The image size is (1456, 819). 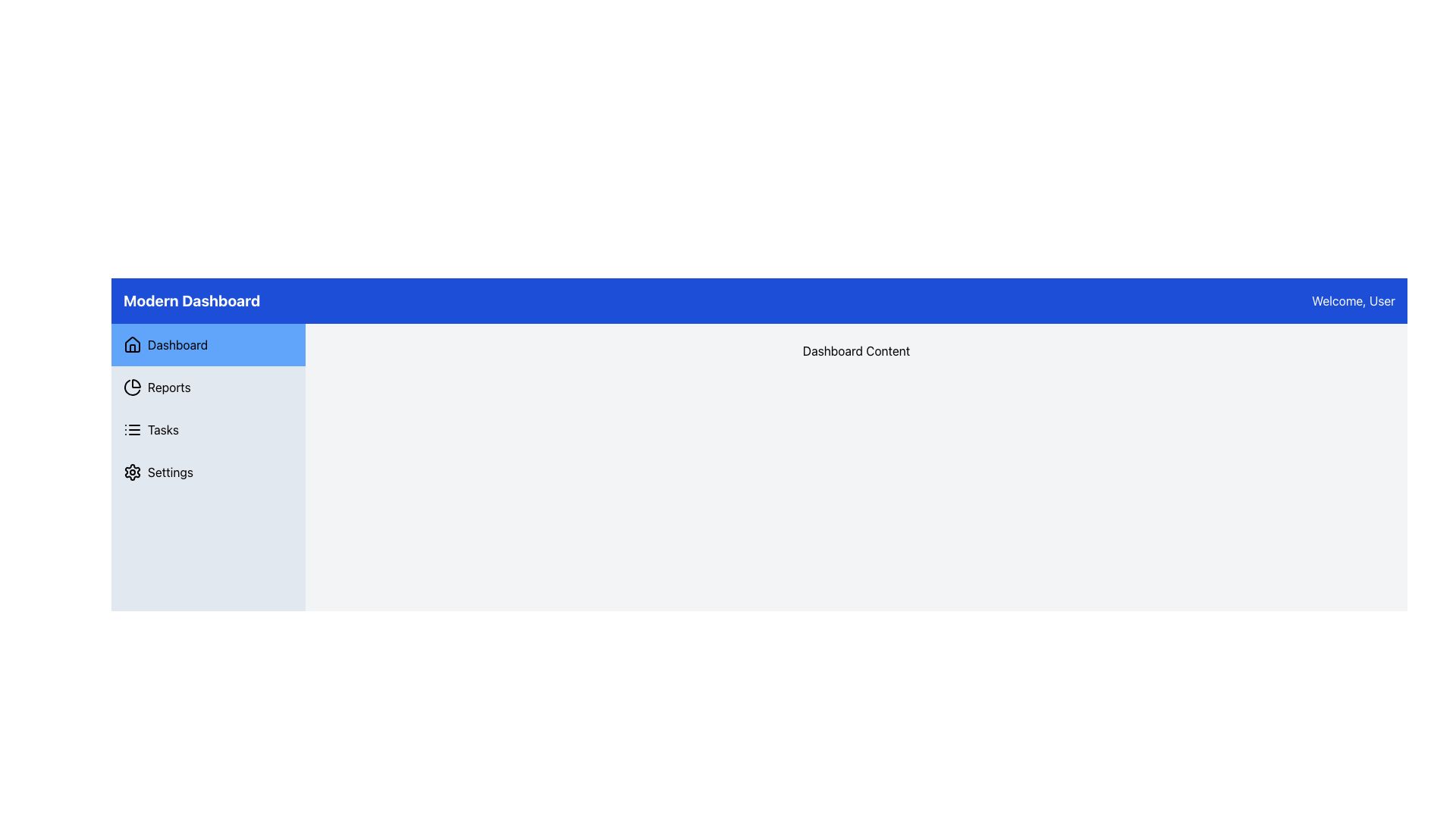 I want to click on the text label indicating the purpose of the menu item in the sidebar navigation, located to the right of the home icon, so click(x=177, y=345).